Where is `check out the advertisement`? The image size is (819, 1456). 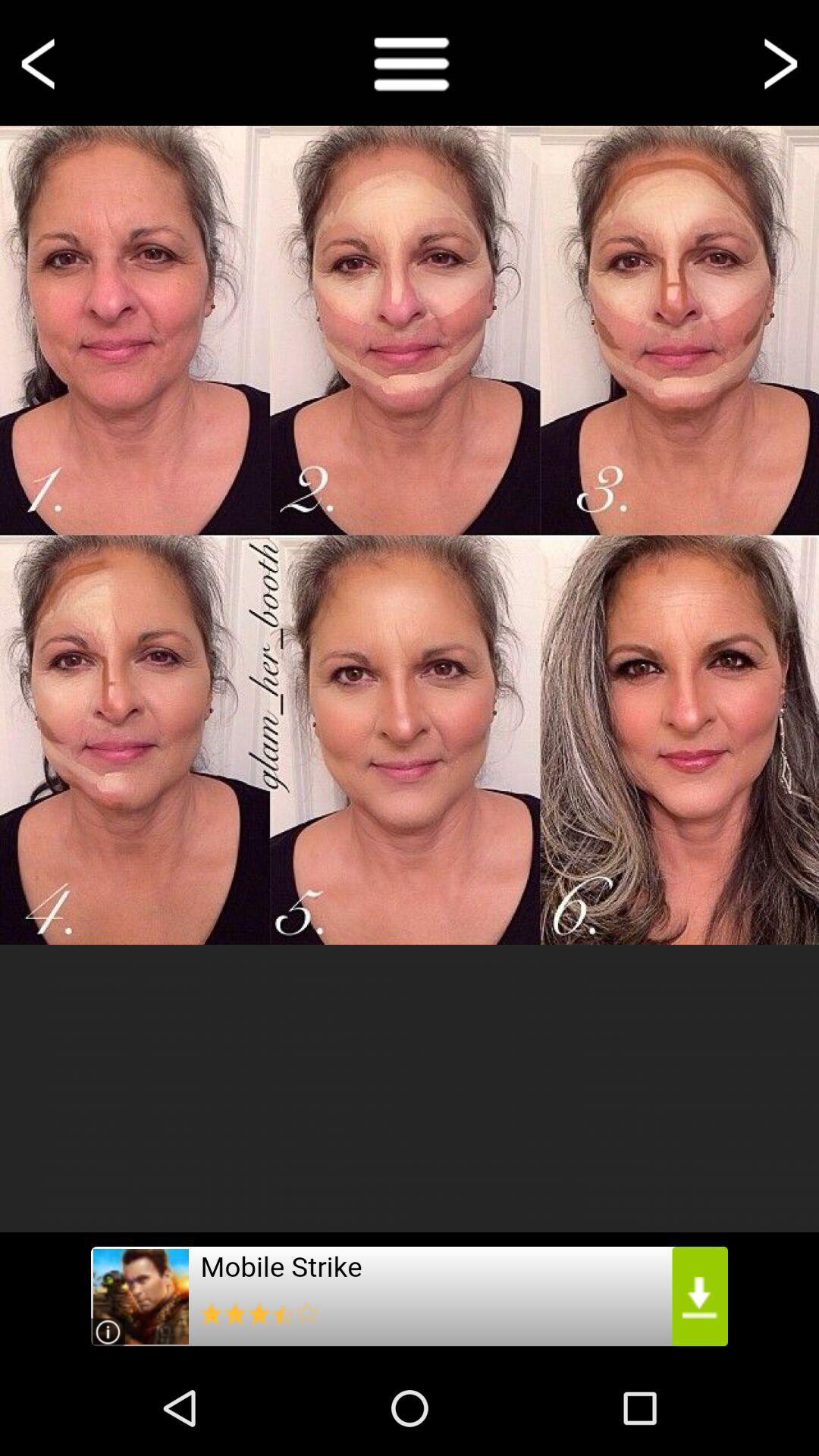
check out the advertisement is located at coordinates (409, 1295).